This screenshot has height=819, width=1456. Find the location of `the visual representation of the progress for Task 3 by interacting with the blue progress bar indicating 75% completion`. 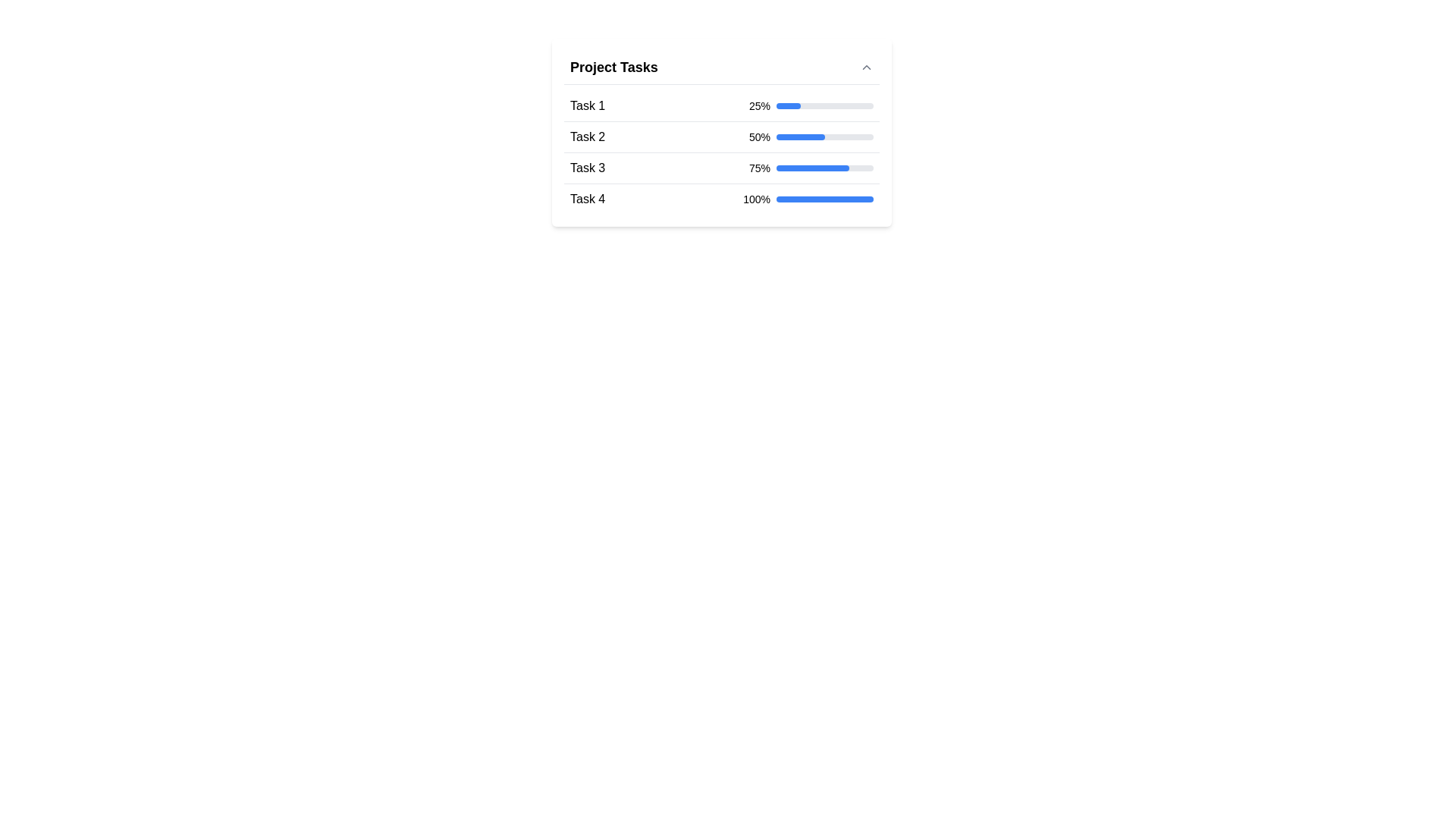

the visual representation of the progress for Task 3 by interacting with the blue progress bar indicating 75% completion is located at coordinates (811, 168).